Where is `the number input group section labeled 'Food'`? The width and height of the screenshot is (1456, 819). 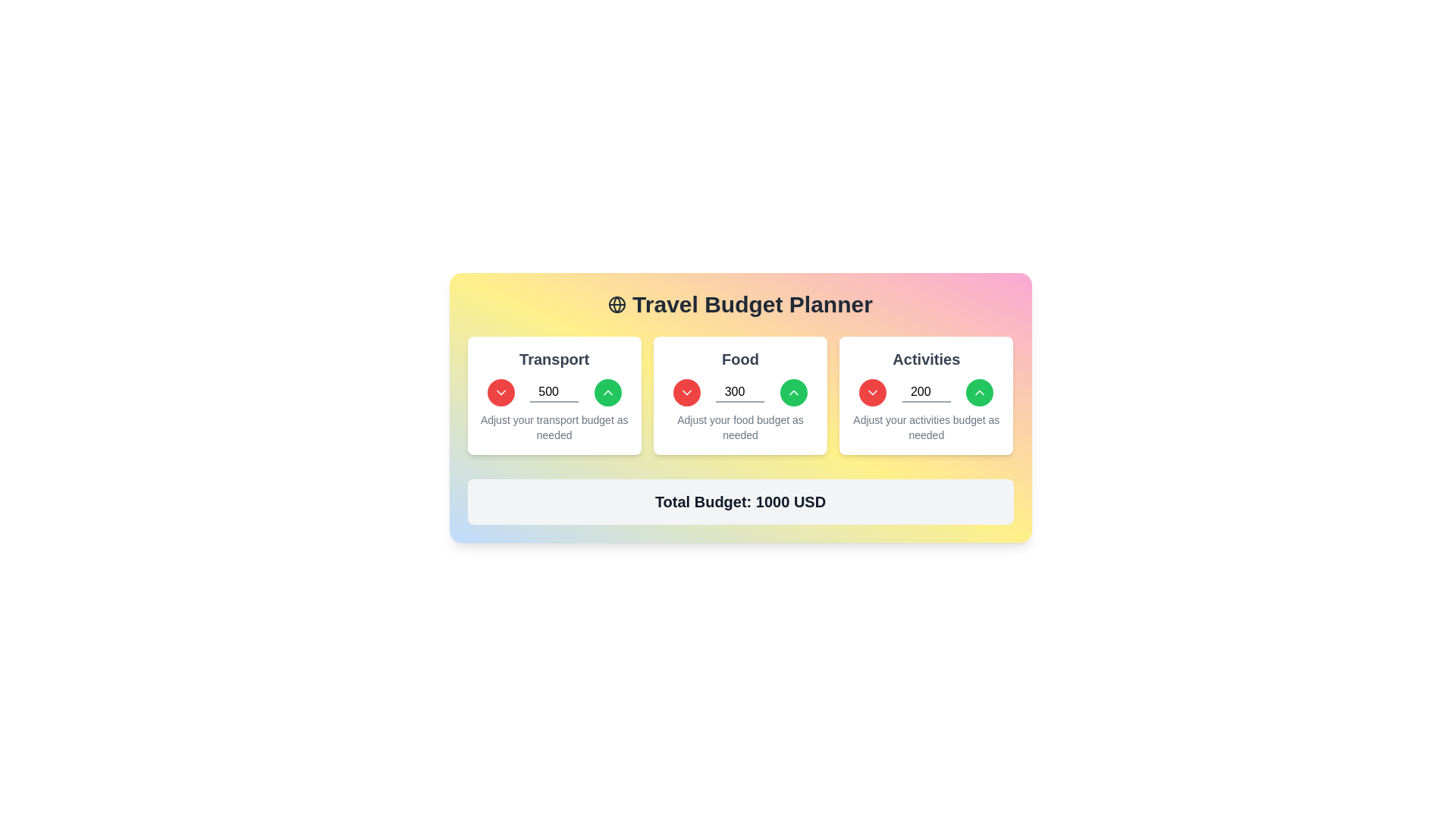
the number input group section labeled 'Food' is located at coordinates (740, 394).